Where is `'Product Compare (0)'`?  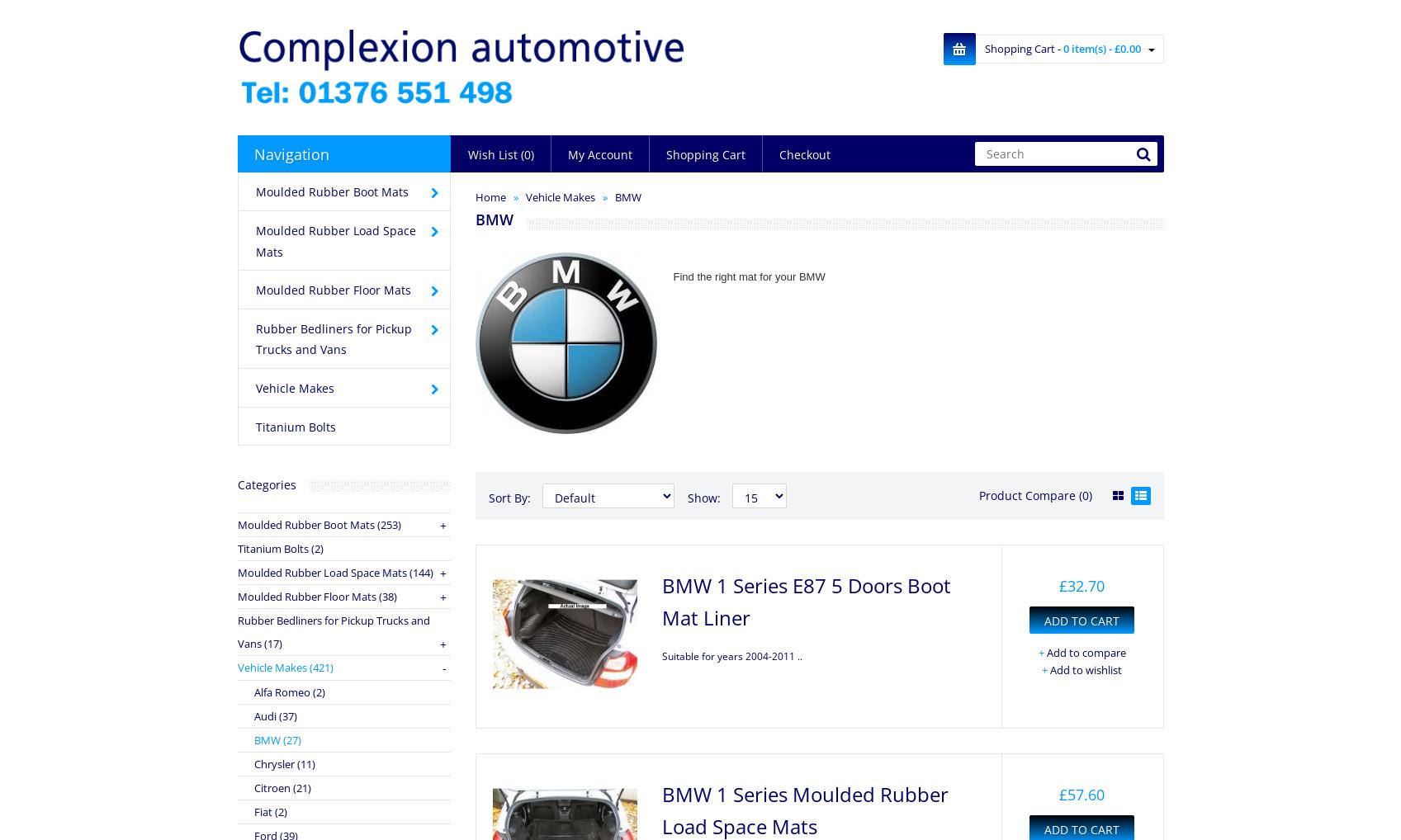 'Product Compare (0)' is located at coordinates (1034, 495).